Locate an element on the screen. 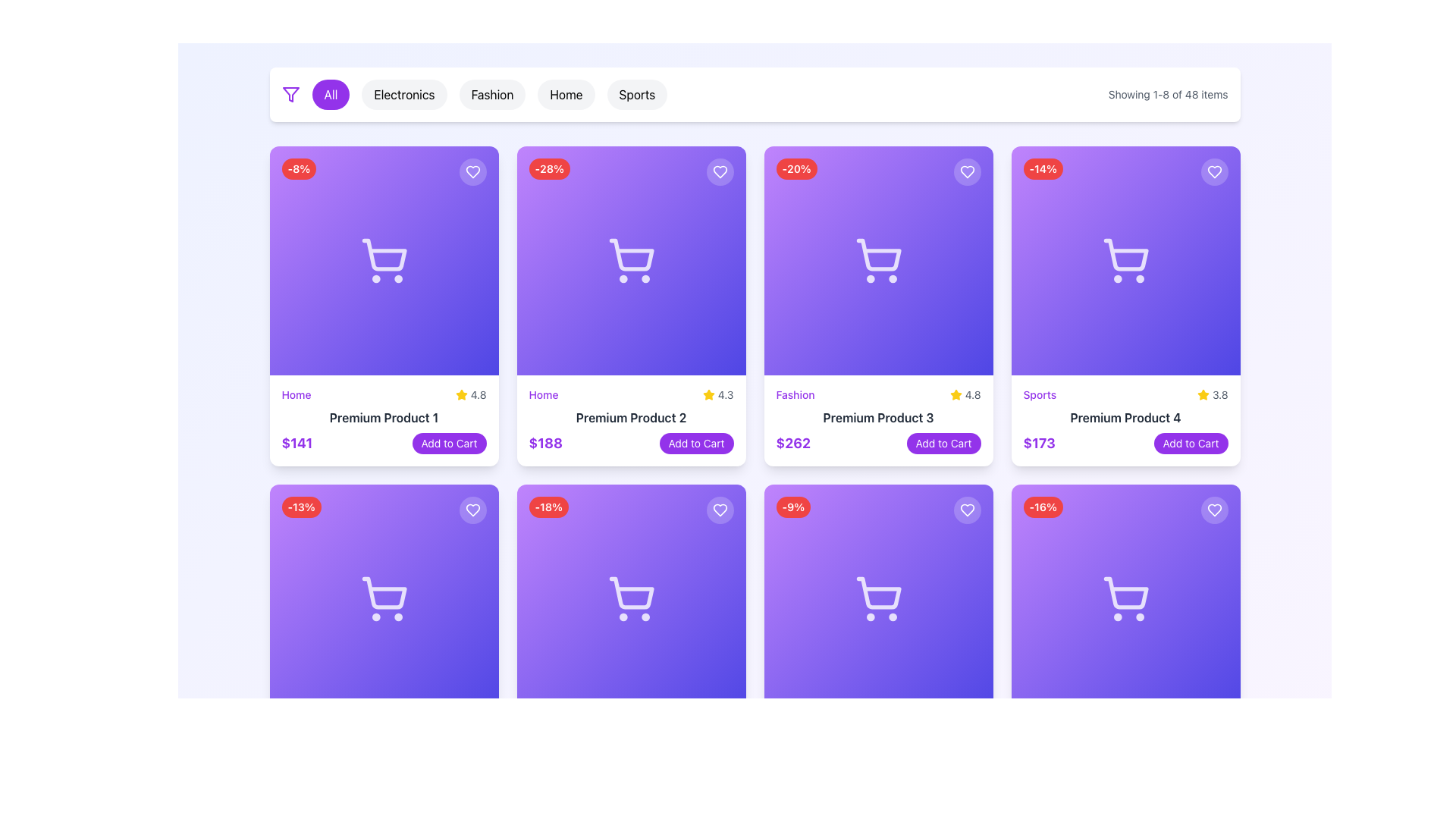  the yellow star-shaped icon representing a rating indicator, which is located above the rating value '4.8' is located at coordinates (955, 394).